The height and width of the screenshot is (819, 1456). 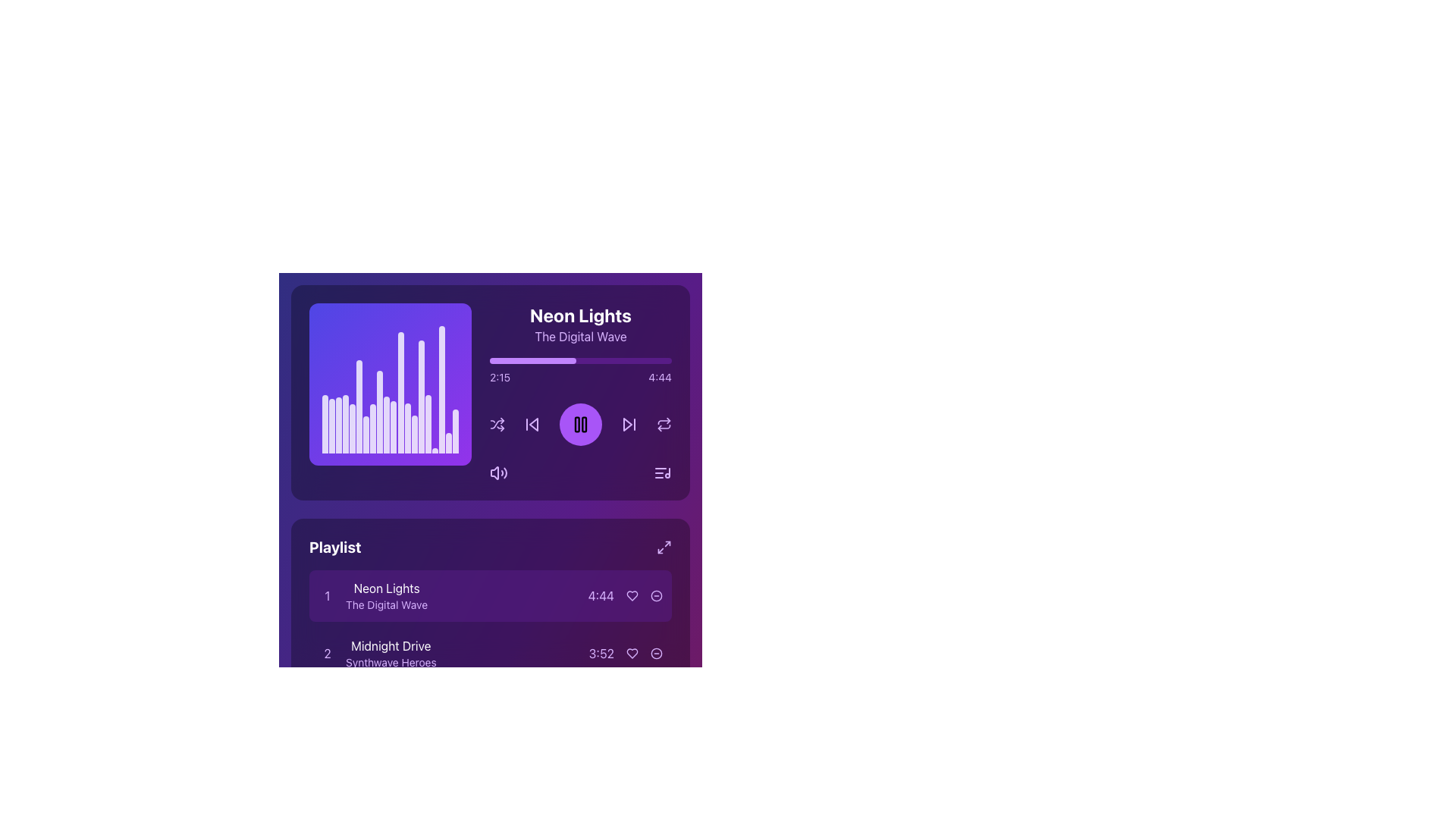 I want to click on the text label that provides supplementary information about the song or artist, located below the 'Neon Lights' text within the playlist entry row, so click(x=387, y=604).